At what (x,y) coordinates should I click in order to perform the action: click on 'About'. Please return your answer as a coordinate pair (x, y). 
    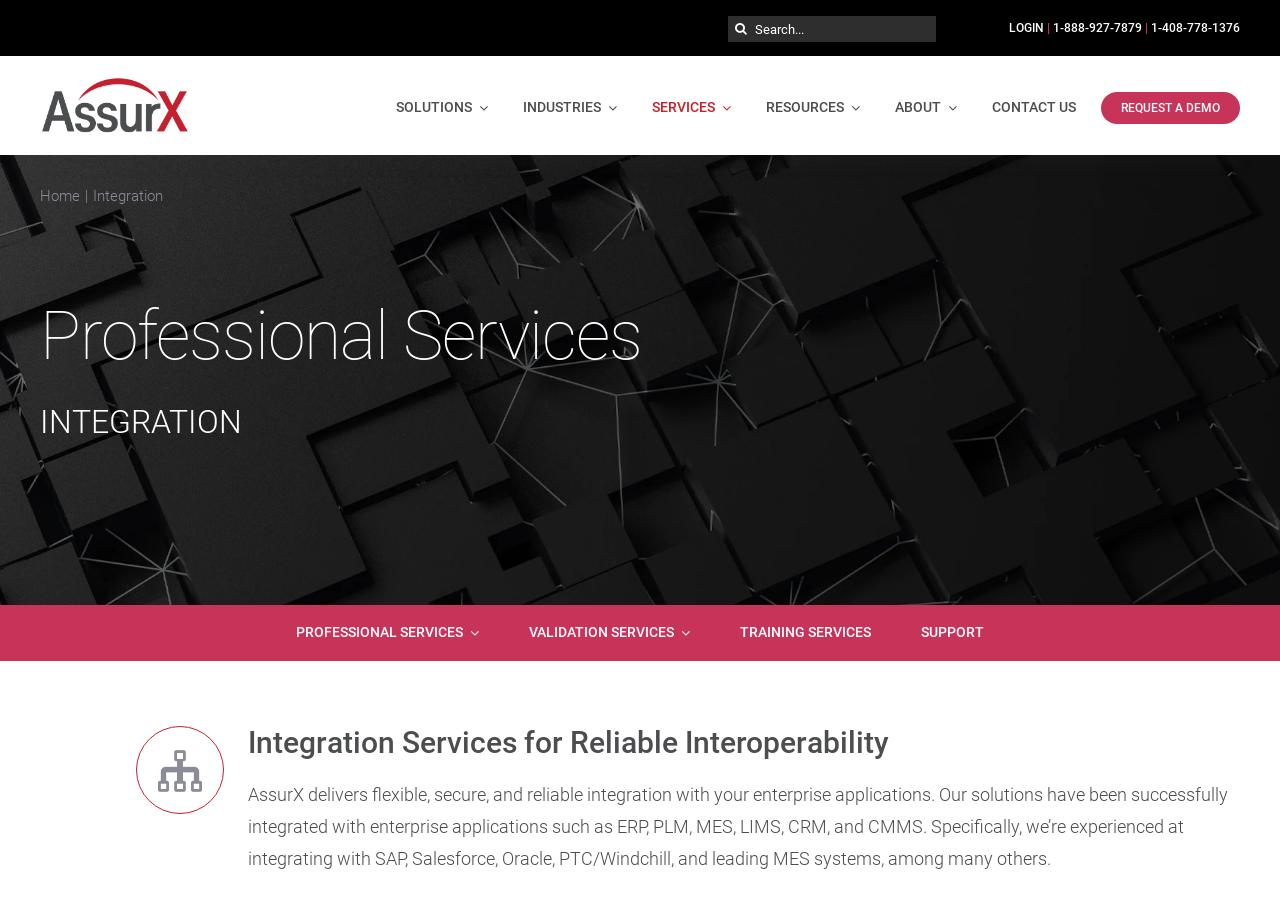
    Looking at the image, I should click on (917, 106).